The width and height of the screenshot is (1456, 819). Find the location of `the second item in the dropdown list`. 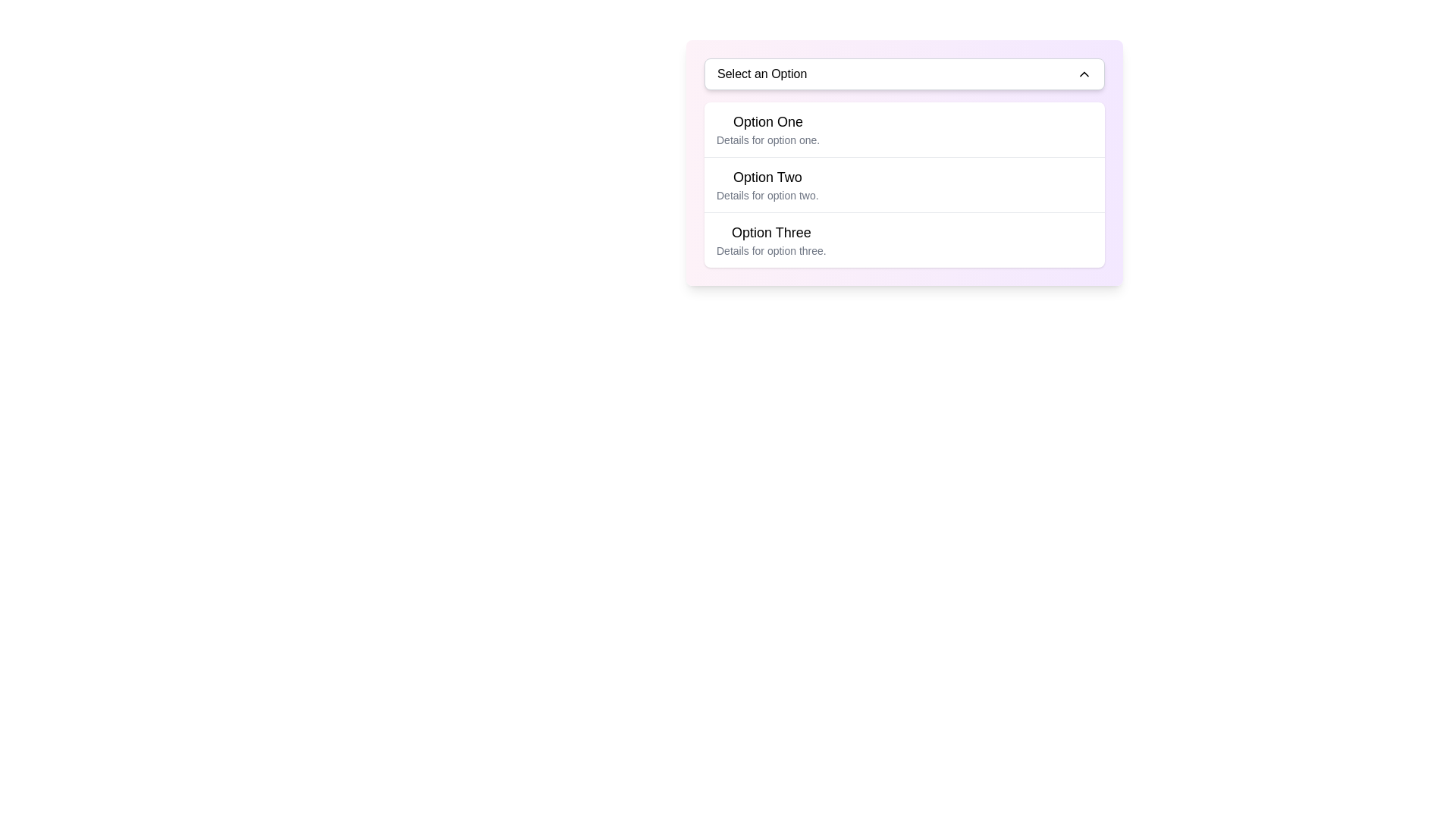

the second item in the dropdown list is located at coordinates (905, 184).